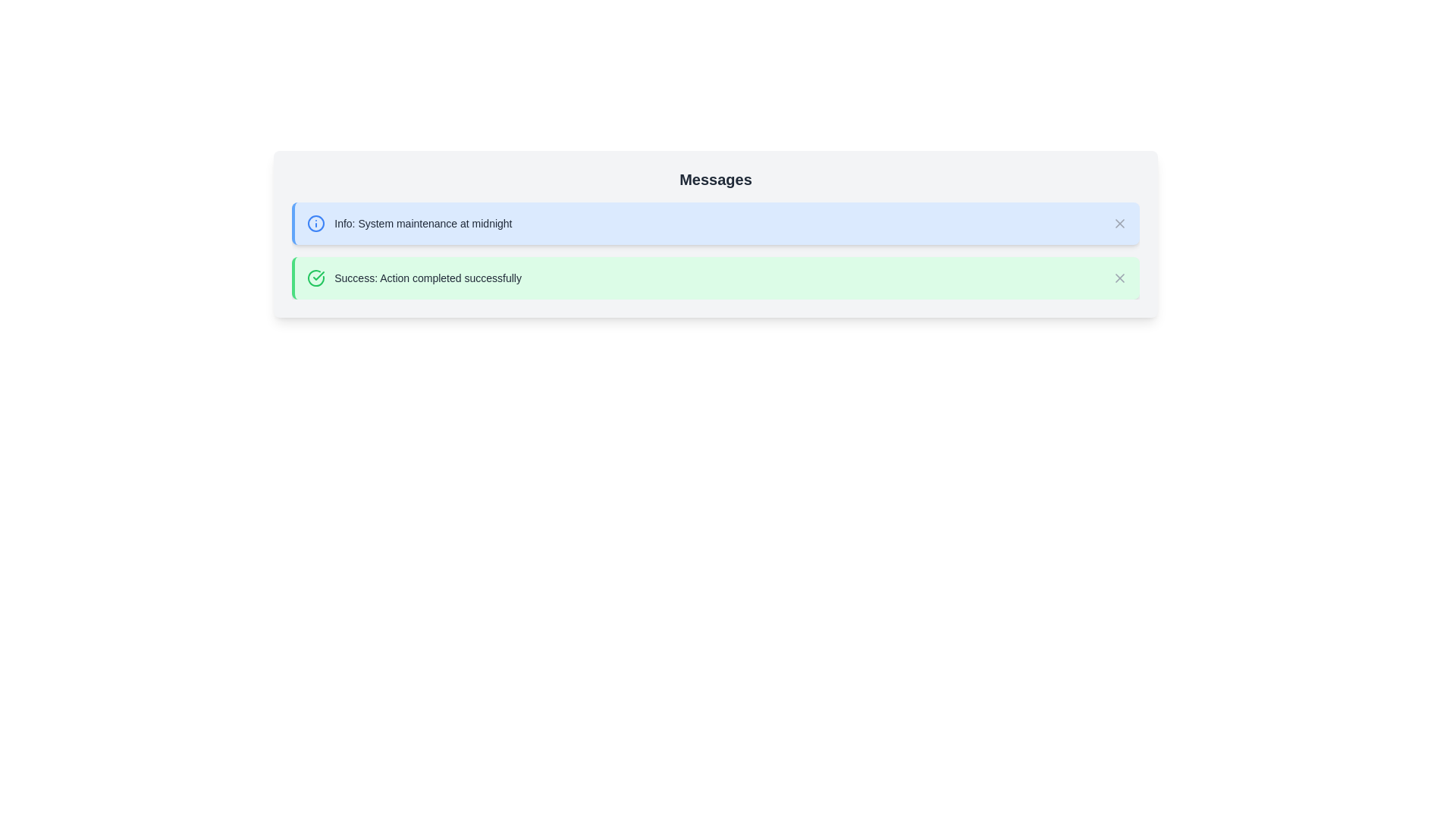 Image resolution: width=1456 pixels, height=819 pixels. I want to click on informational message displayed on the Text label that notifies users about system maintenance scheduled at midnight, located to the right of the blue information icon in the upper segment of the message panel, so click(423, 223).